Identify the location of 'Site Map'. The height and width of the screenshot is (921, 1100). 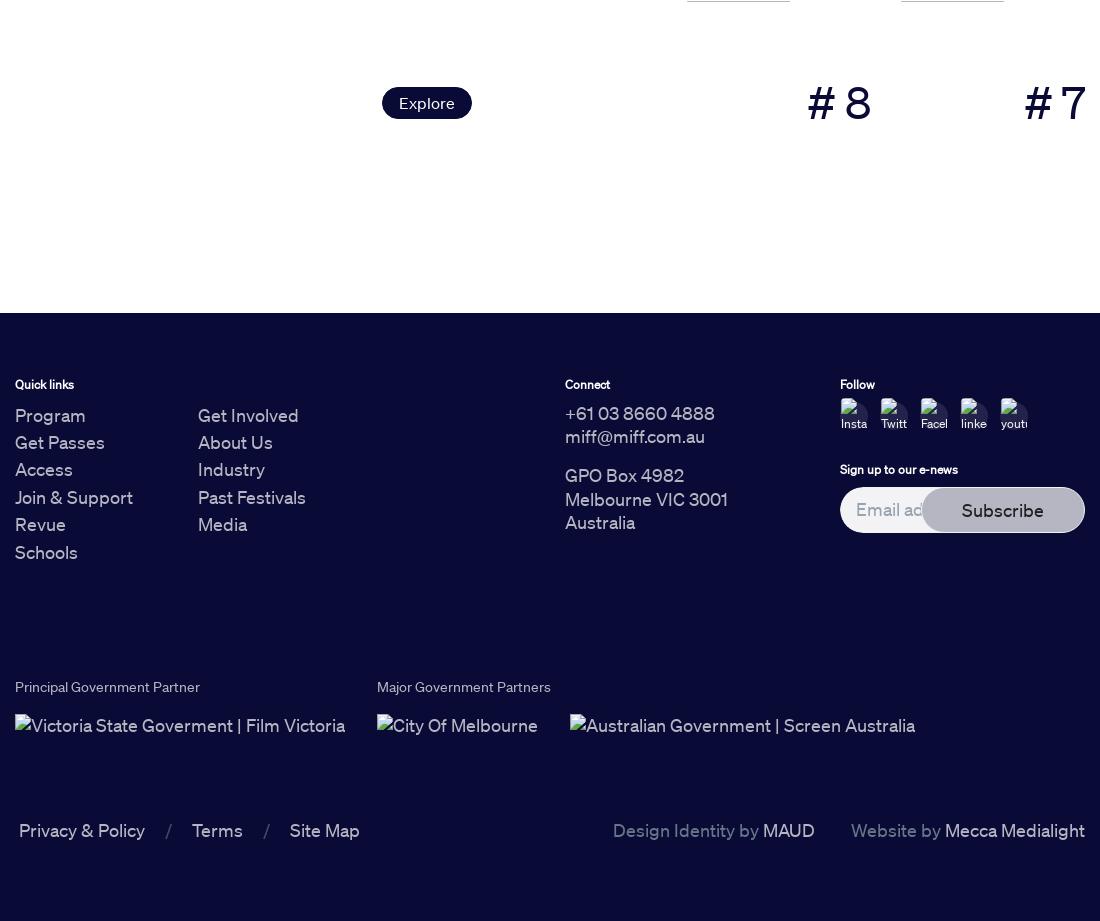
(324, 829).